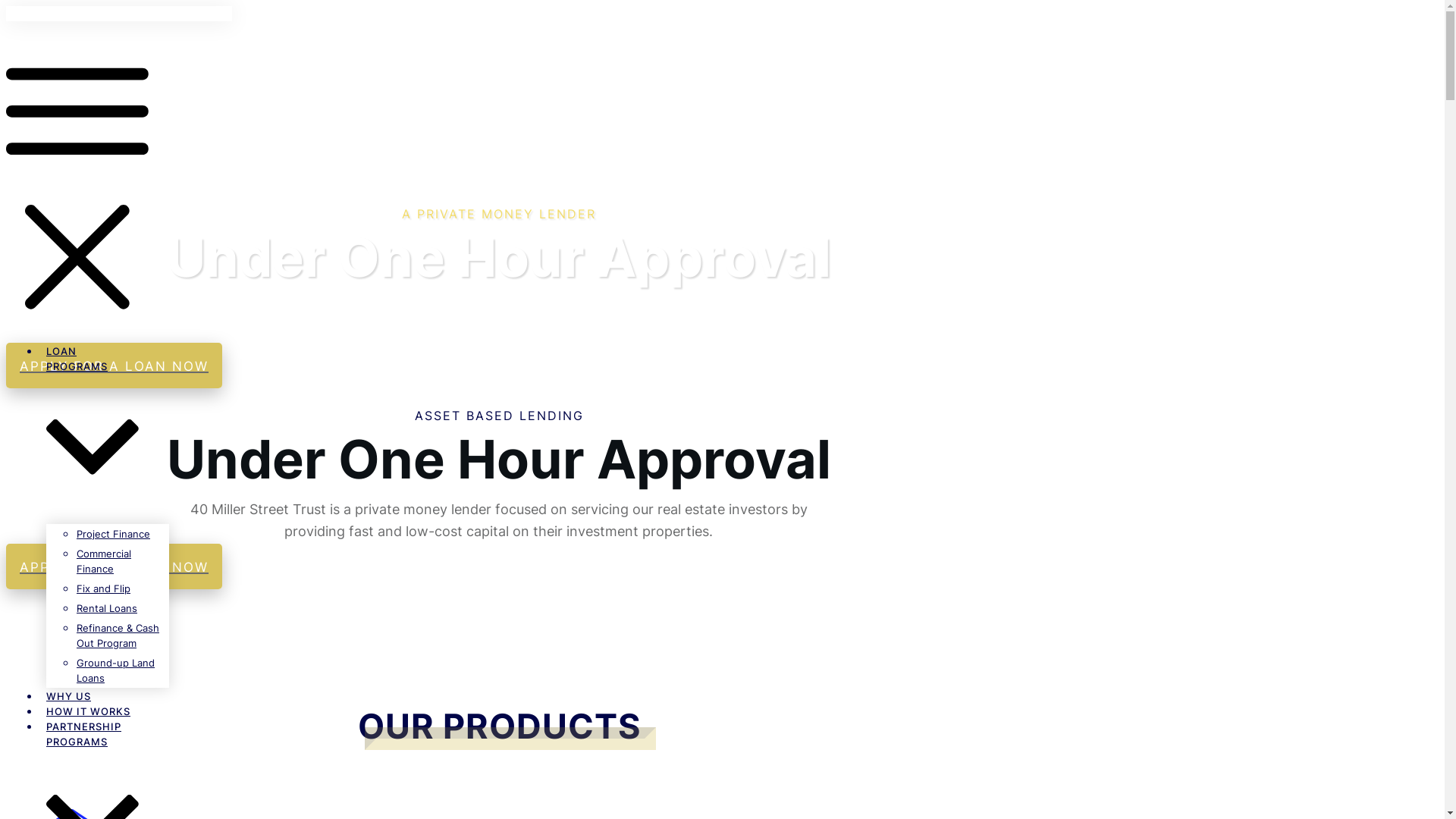 The image size is (1456, 819). Describe the element at coordinates (103, 561) in the screenshot. I see `'Commercial Finance'` at that location.